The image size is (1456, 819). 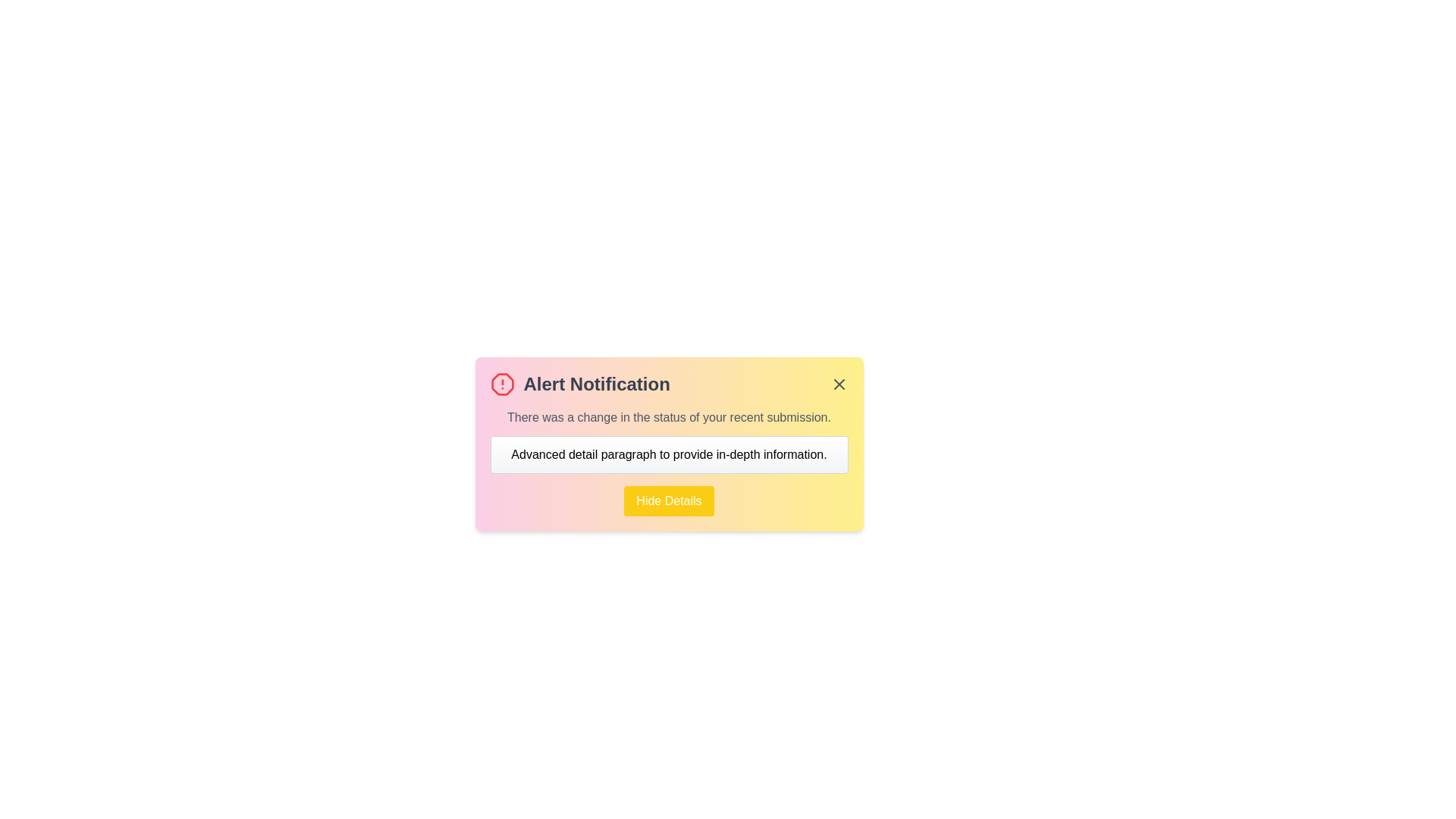 What do you see at coordinates (838, 383) in the screenshot?
I see `the close button to dismiss the alert` at bounding box center [838, 383].